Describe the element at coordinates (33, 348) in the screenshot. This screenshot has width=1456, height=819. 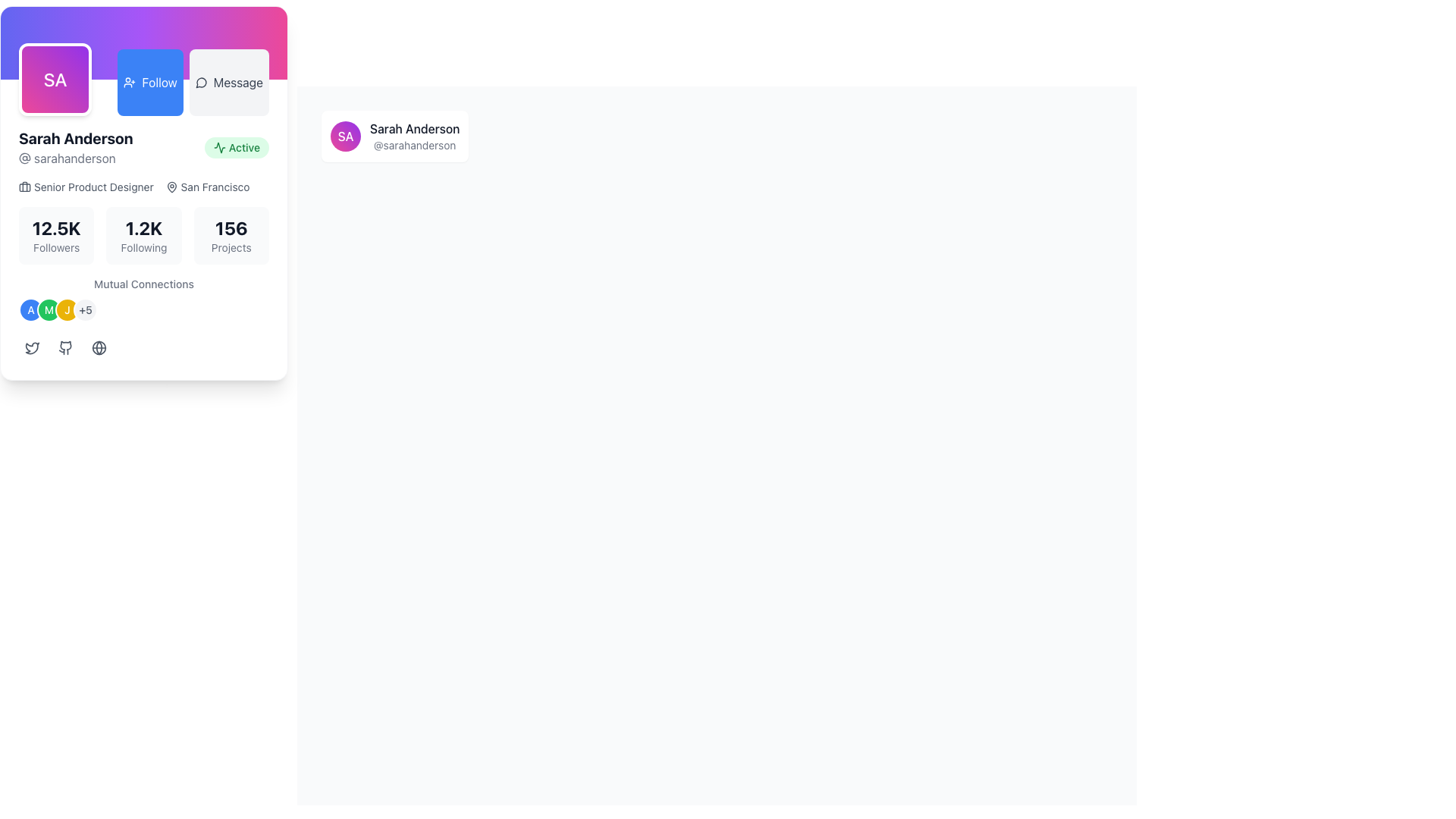
I see `the leftmost social media icon representing the user's Twitter profile located at the bottom of the user information card` at that location.